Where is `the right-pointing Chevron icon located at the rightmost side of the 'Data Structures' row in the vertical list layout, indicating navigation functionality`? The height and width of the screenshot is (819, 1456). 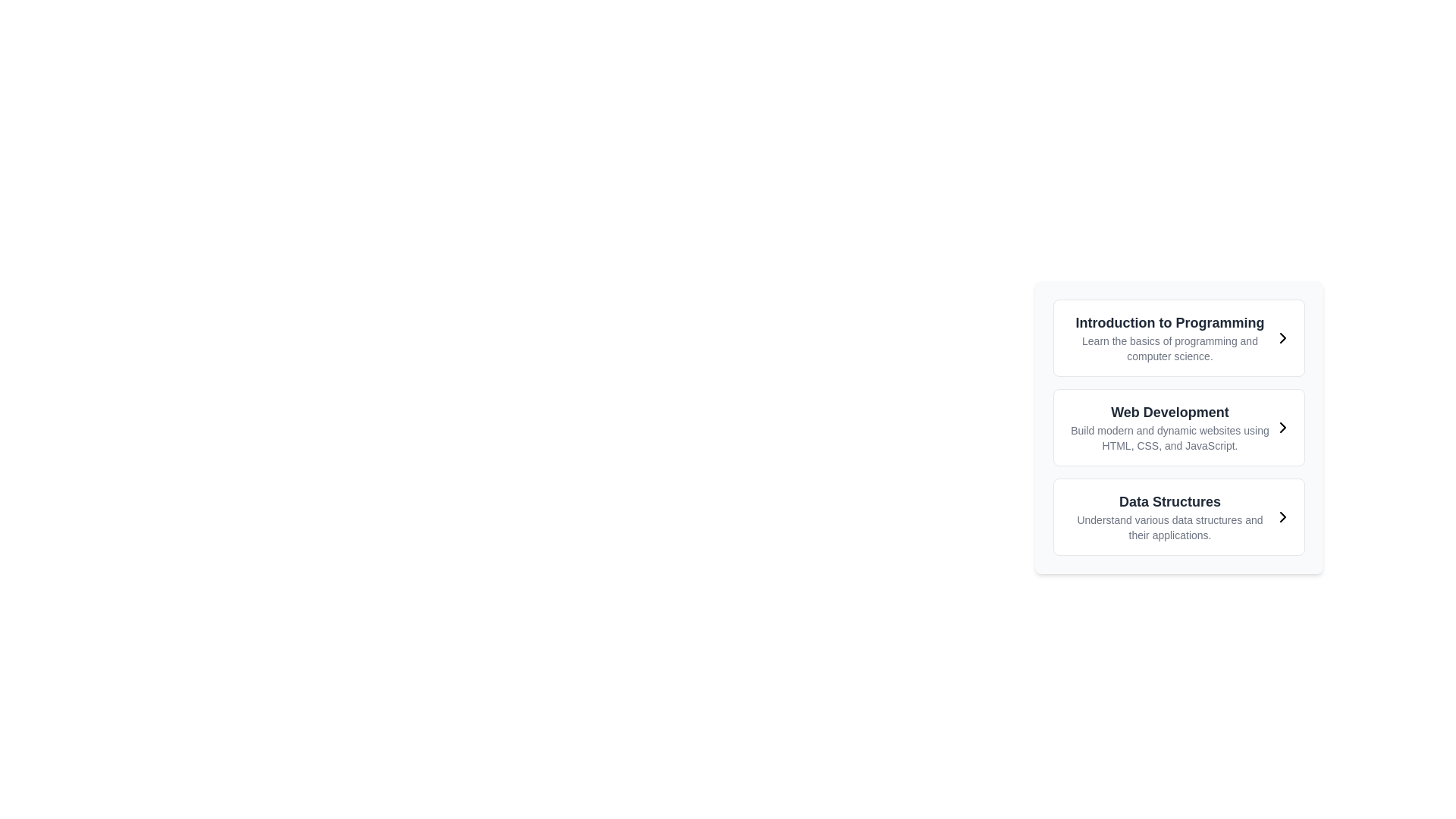
the right-pointing Chevron icon located at the rightmost side of the 'Data Structures' row in the vertical list layout, indicating navigation functionality is located at coordinates (1282, 516).